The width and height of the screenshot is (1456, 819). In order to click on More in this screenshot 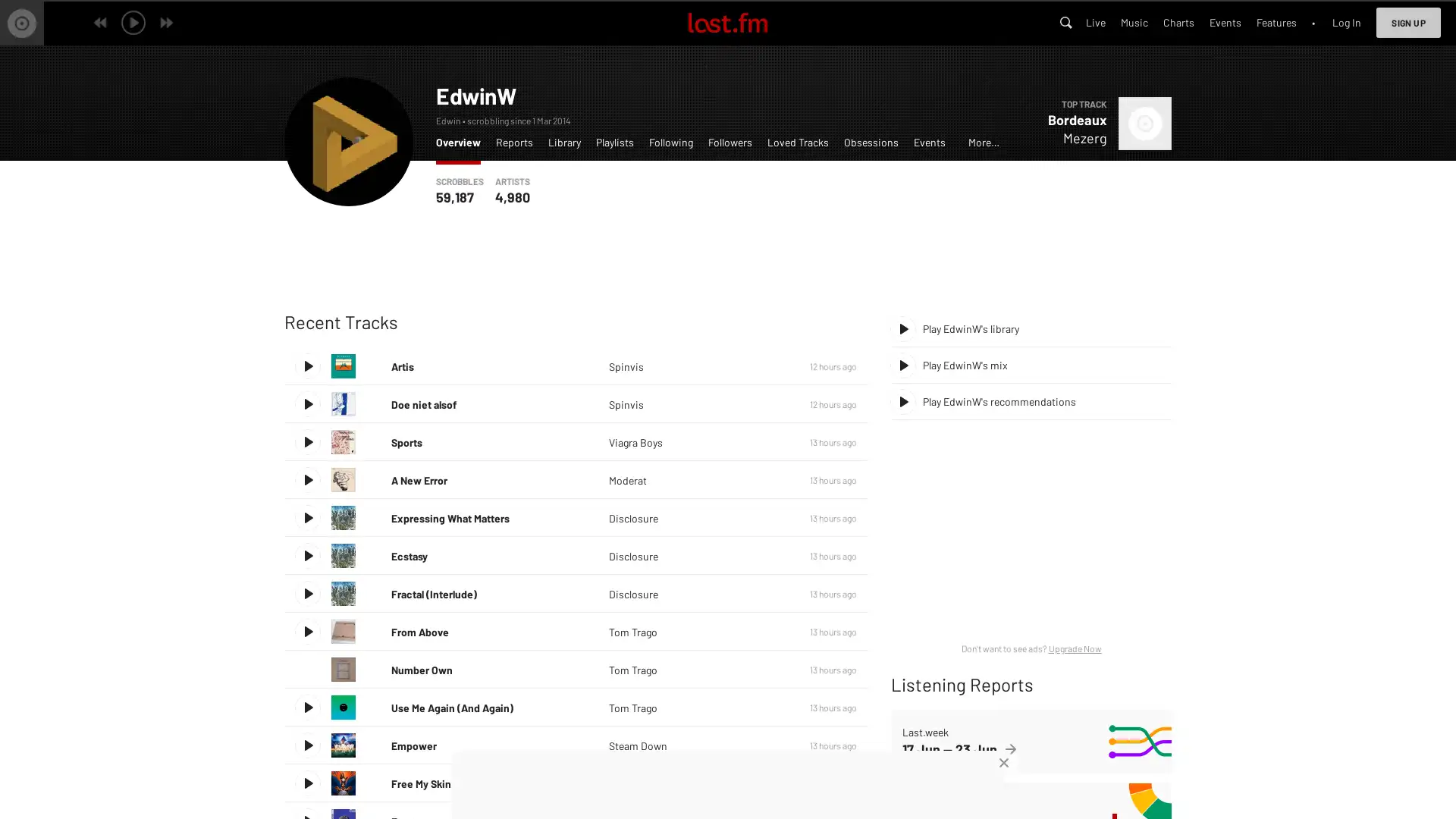, I will do `click(764, 441)`.